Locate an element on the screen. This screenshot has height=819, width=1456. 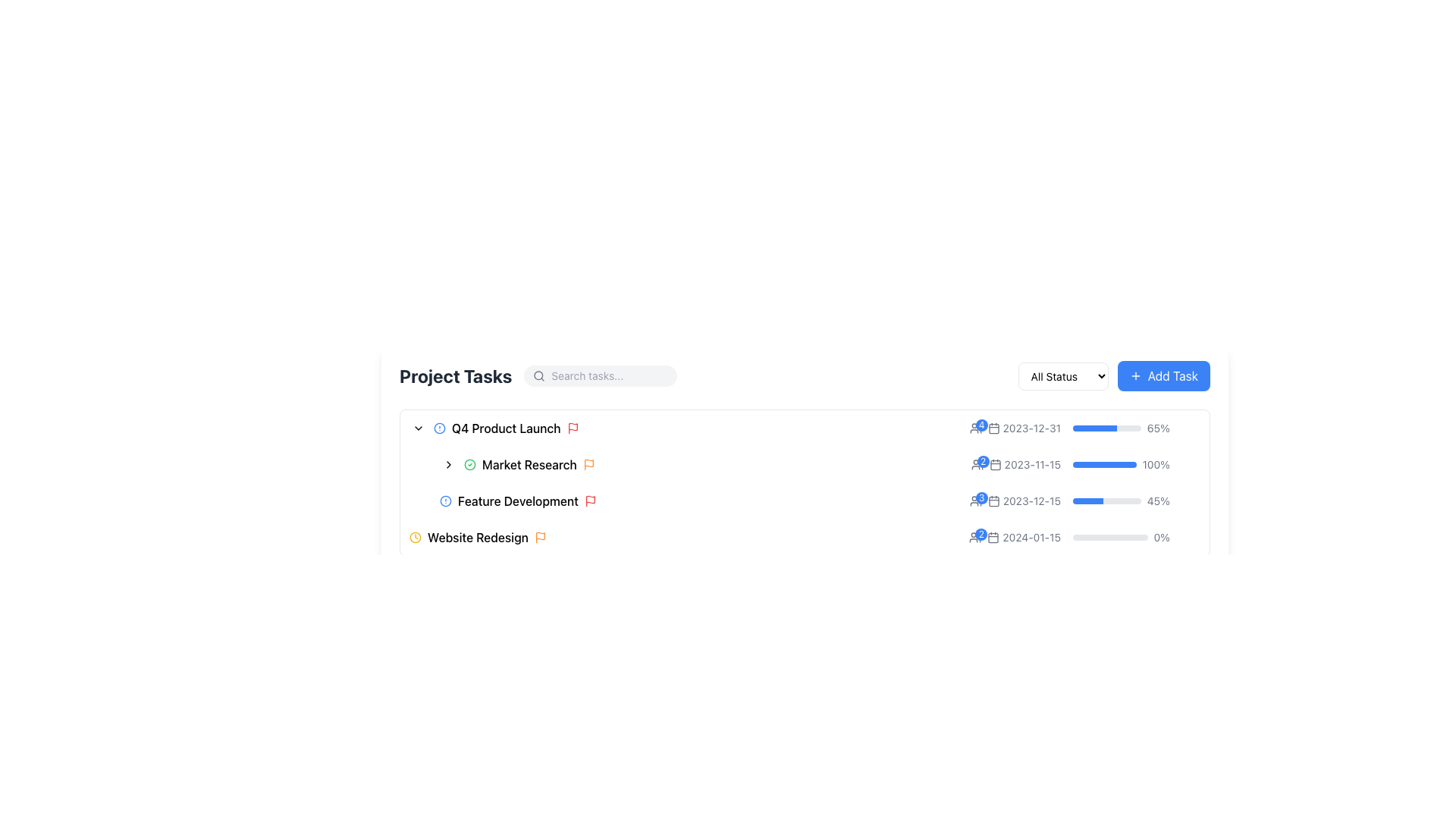
the blue progress bar representing 45% completion for the task aligned with '2023-12-15' in the task progress section is located at coordinates (1087, 500).